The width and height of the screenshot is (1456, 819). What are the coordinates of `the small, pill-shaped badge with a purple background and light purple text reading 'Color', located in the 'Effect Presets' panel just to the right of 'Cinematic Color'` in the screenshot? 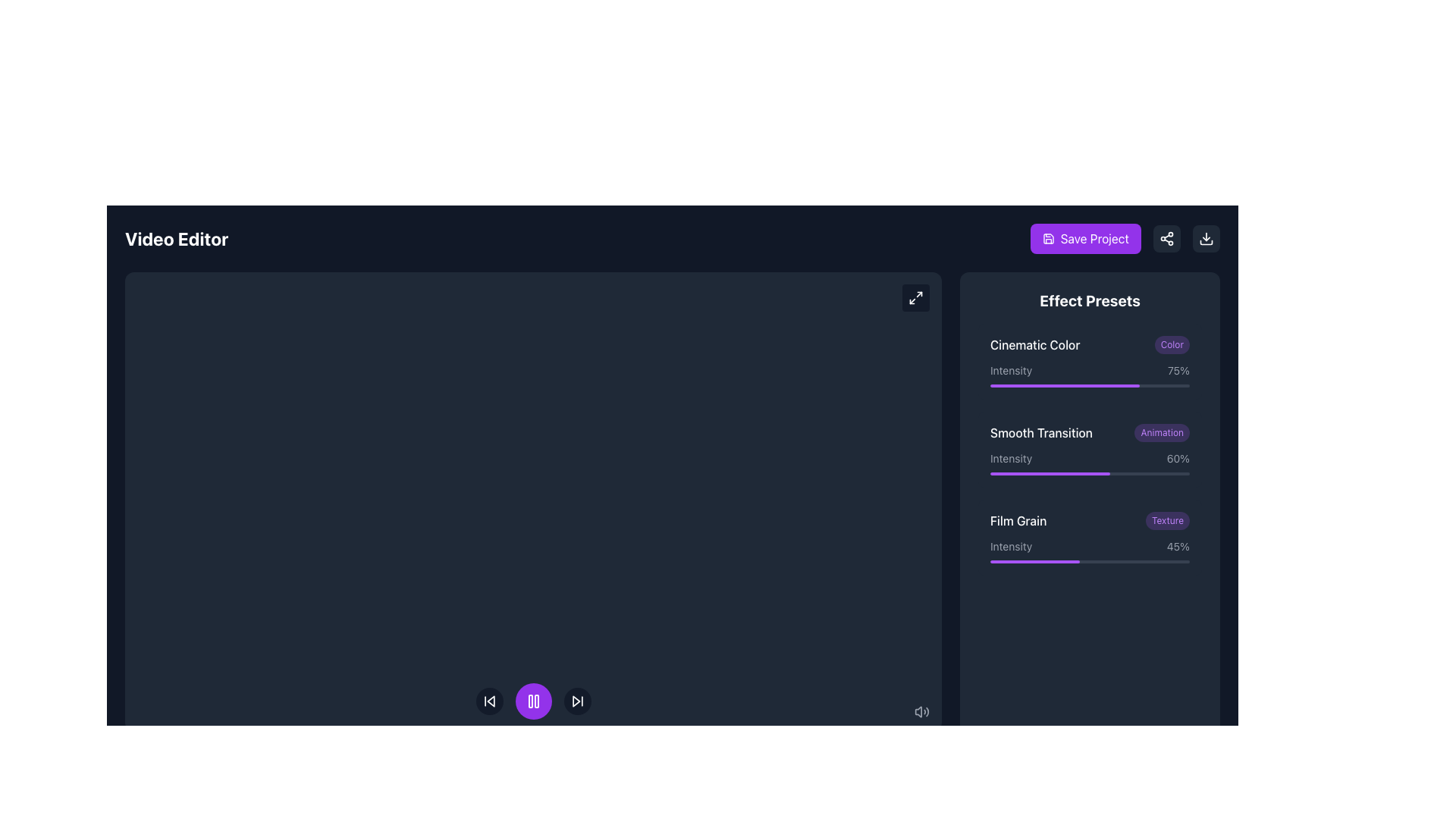 It's located at (1171, 345).